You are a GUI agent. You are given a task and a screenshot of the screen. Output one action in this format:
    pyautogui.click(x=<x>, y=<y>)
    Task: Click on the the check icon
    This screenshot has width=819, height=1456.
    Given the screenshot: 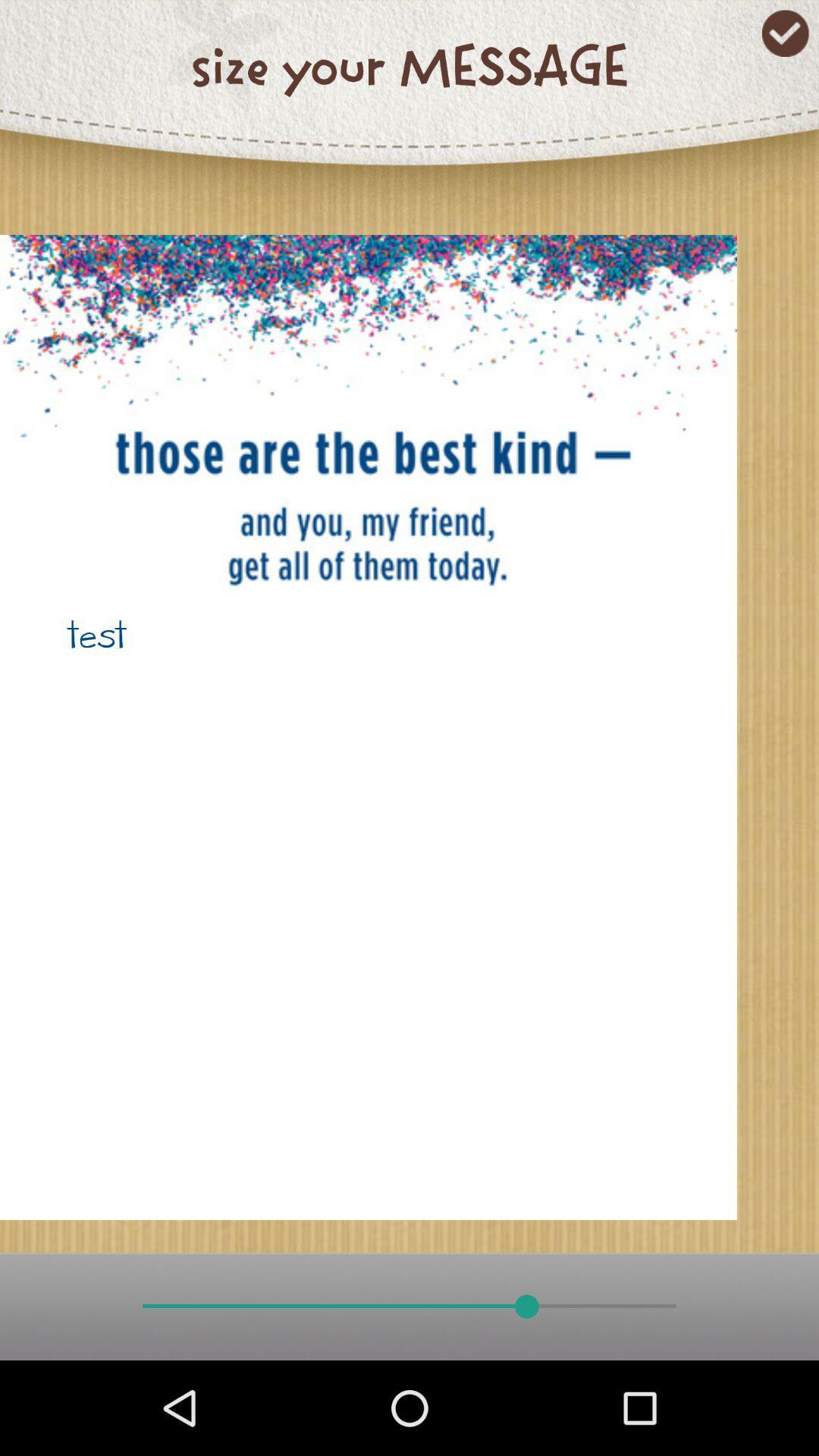 What is the action you would take?
    pyautogui.click(x=785, y=33)
    